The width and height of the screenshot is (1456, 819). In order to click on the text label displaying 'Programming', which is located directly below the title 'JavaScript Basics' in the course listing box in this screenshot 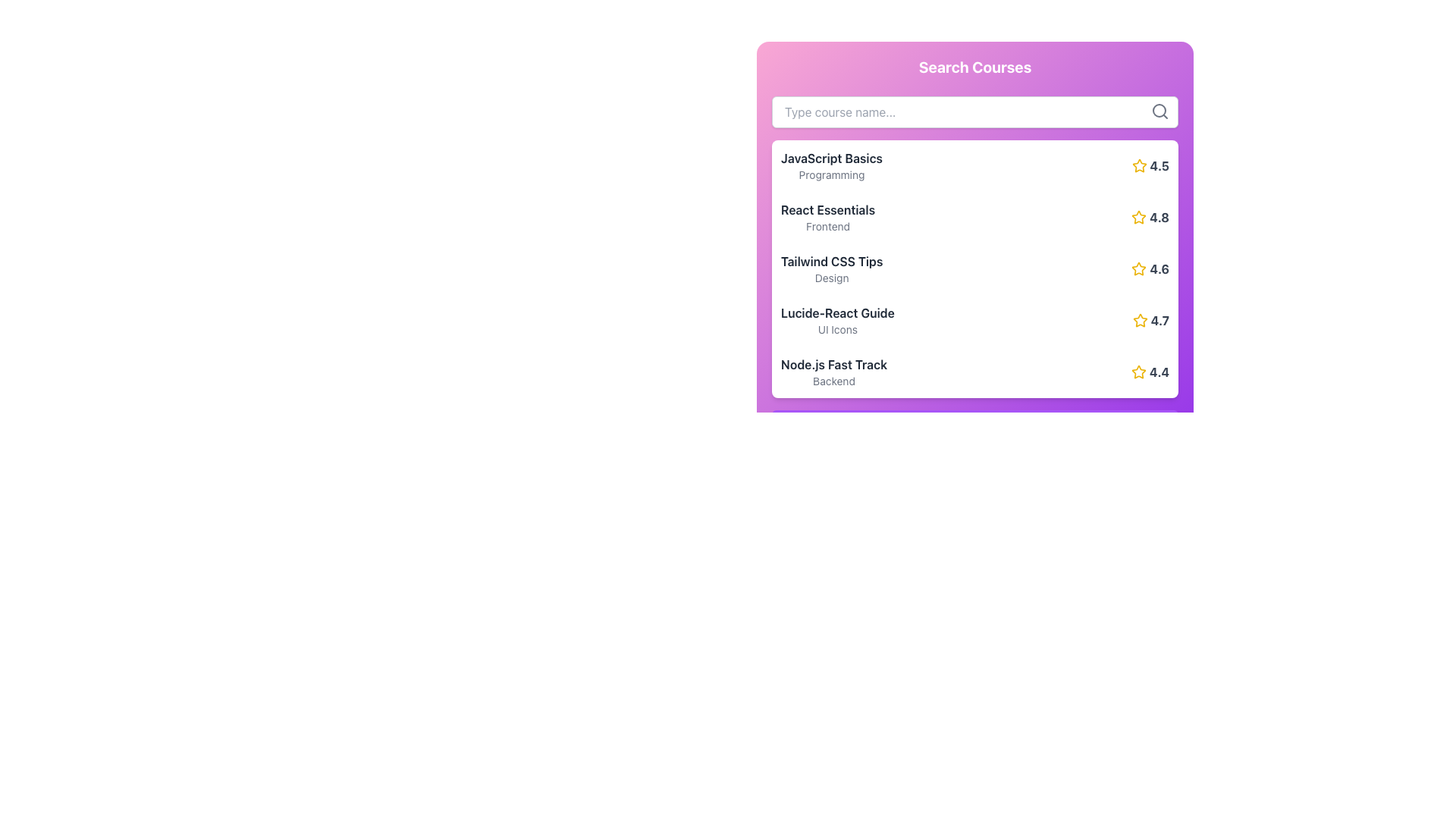, I will do `click(831, 174)`.